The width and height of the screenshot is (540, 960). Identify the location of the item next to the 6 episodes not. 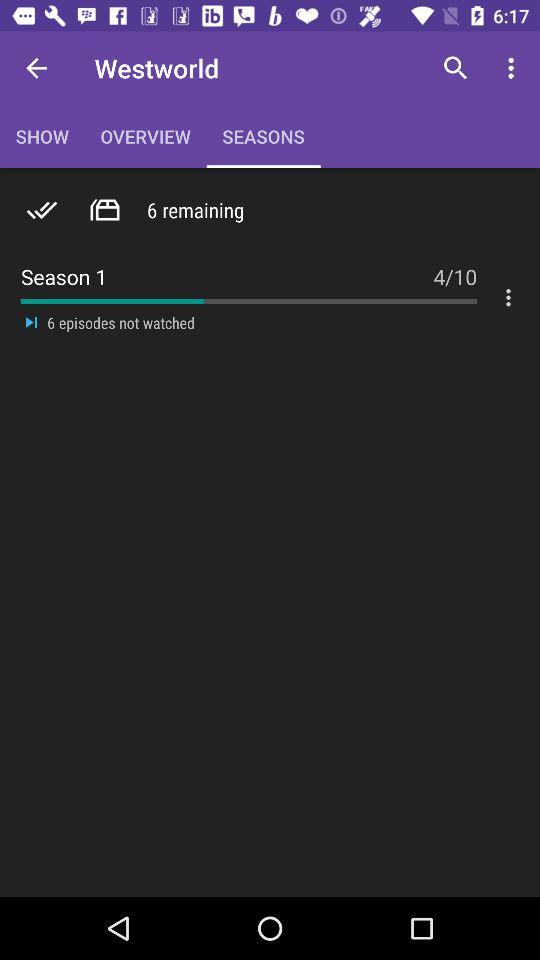
(30, 322).